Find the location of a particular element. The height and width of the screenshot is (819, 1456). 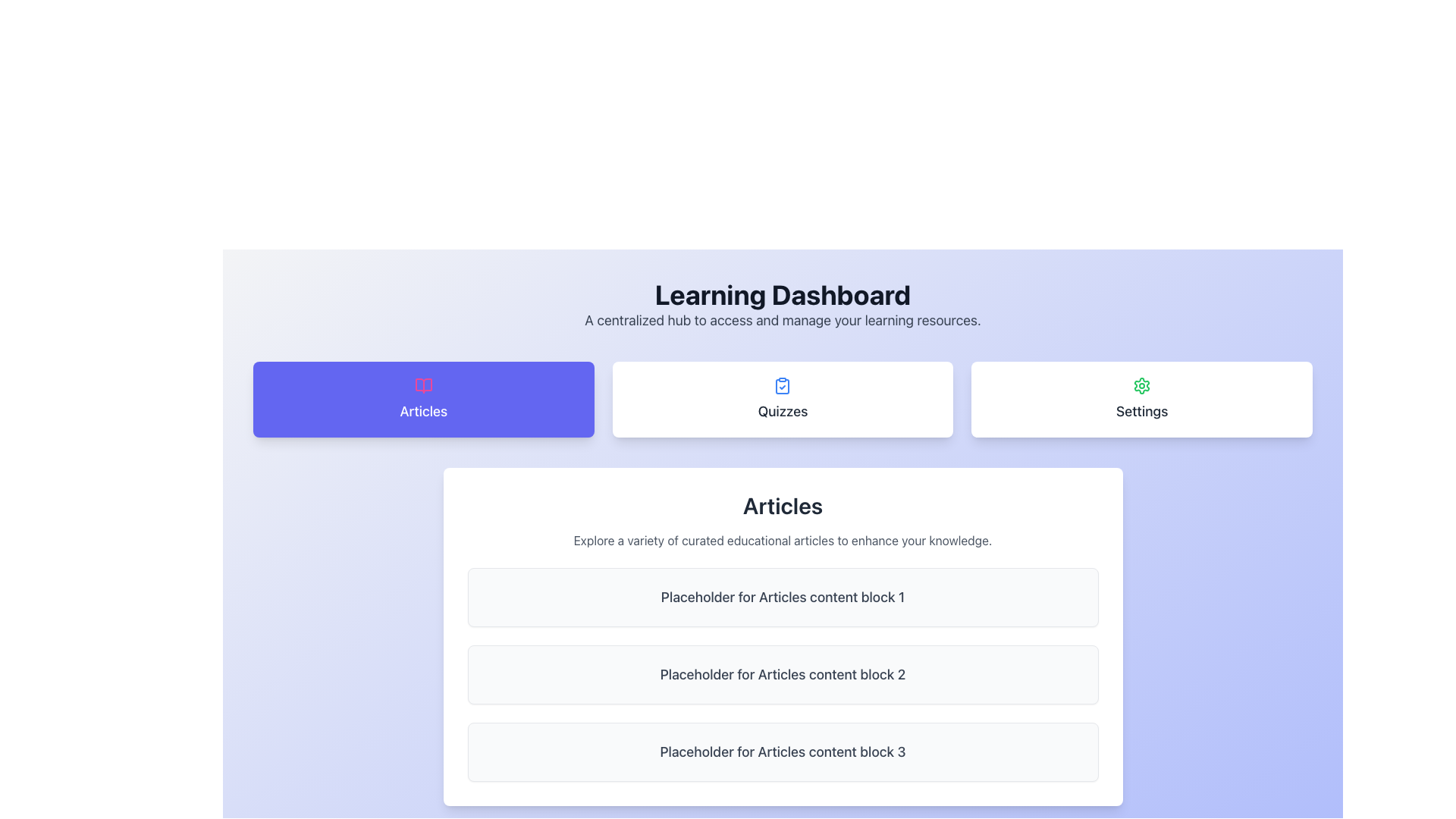

the 'Articles' section which contains a title, subtitle, and three content blocks labeled 'Placeholder for Articles content block 1', 'Placeholder for Articles content block 2', and 'Placeholder for Articles content block 3'. This section is centrally aligned in the main content area of the 'Learning Dashboard' page is located at coordinates (783, 637).